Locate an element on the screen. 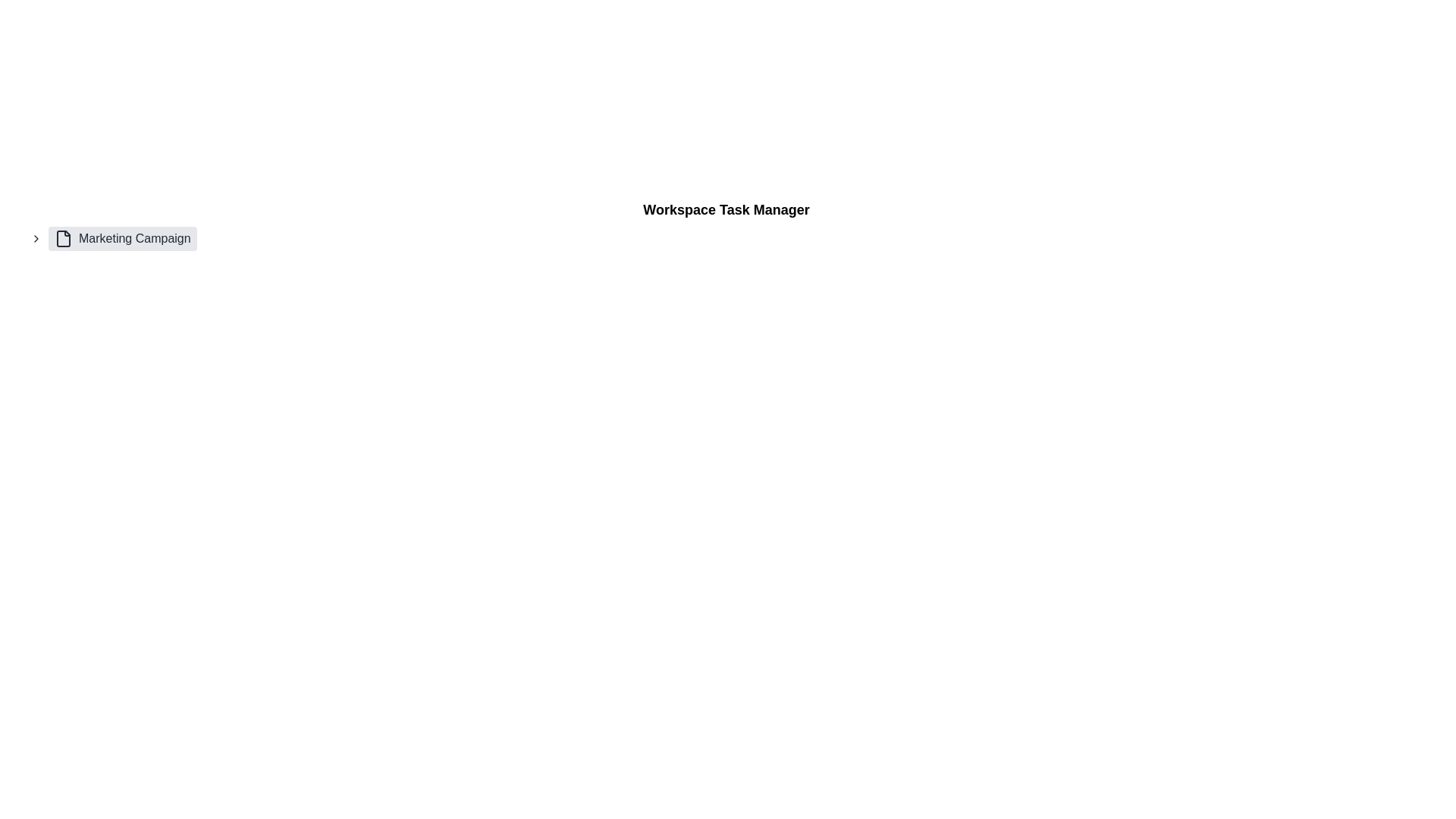 This screenshot has width=1456, height=819. the chevron-right icon for 'Marketing Campaign' is located at coordinates (36, 239).